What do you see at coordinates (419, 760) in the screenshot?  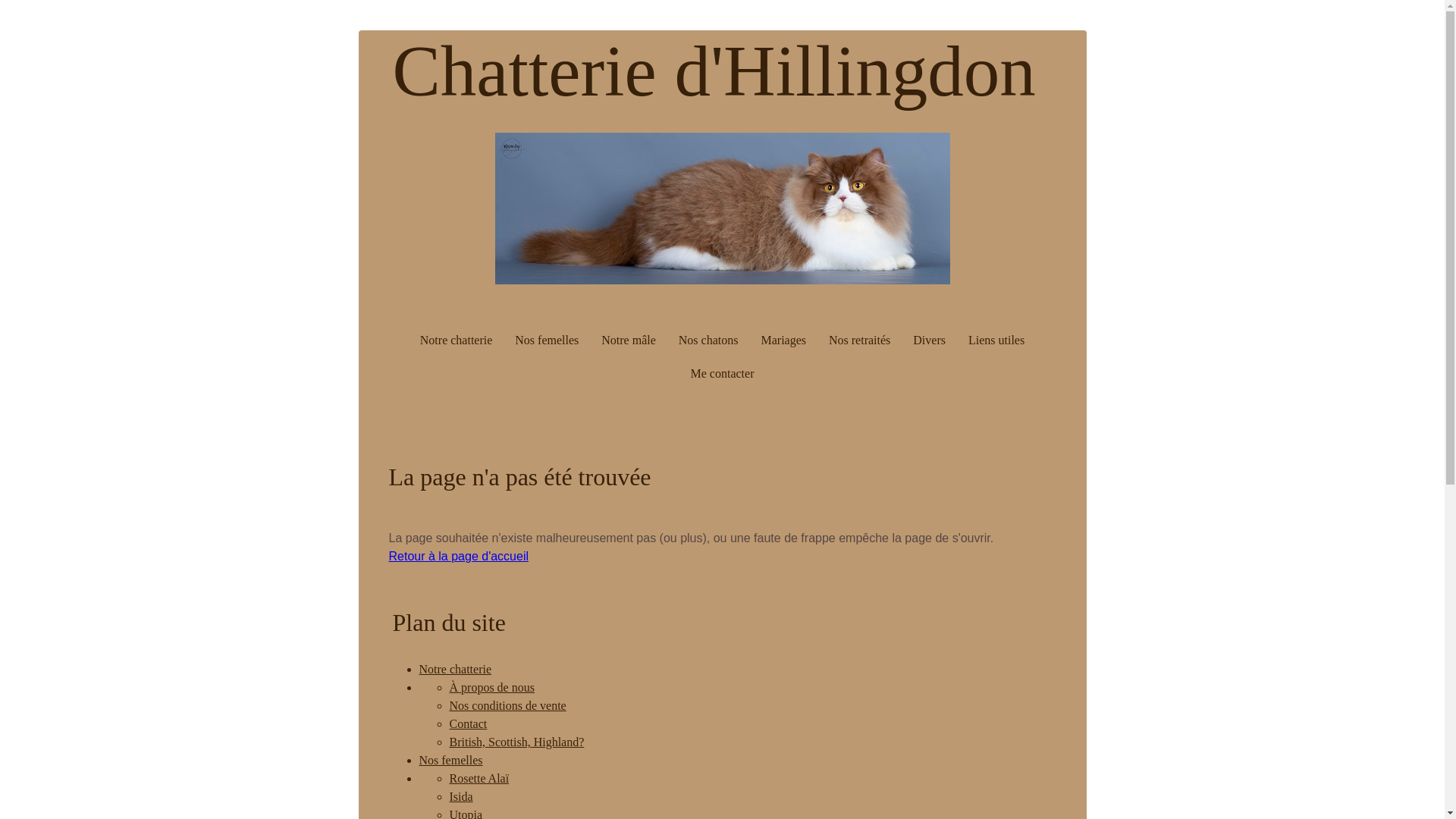 I see `'Nos femelles'` at bounding box center [419, 760].